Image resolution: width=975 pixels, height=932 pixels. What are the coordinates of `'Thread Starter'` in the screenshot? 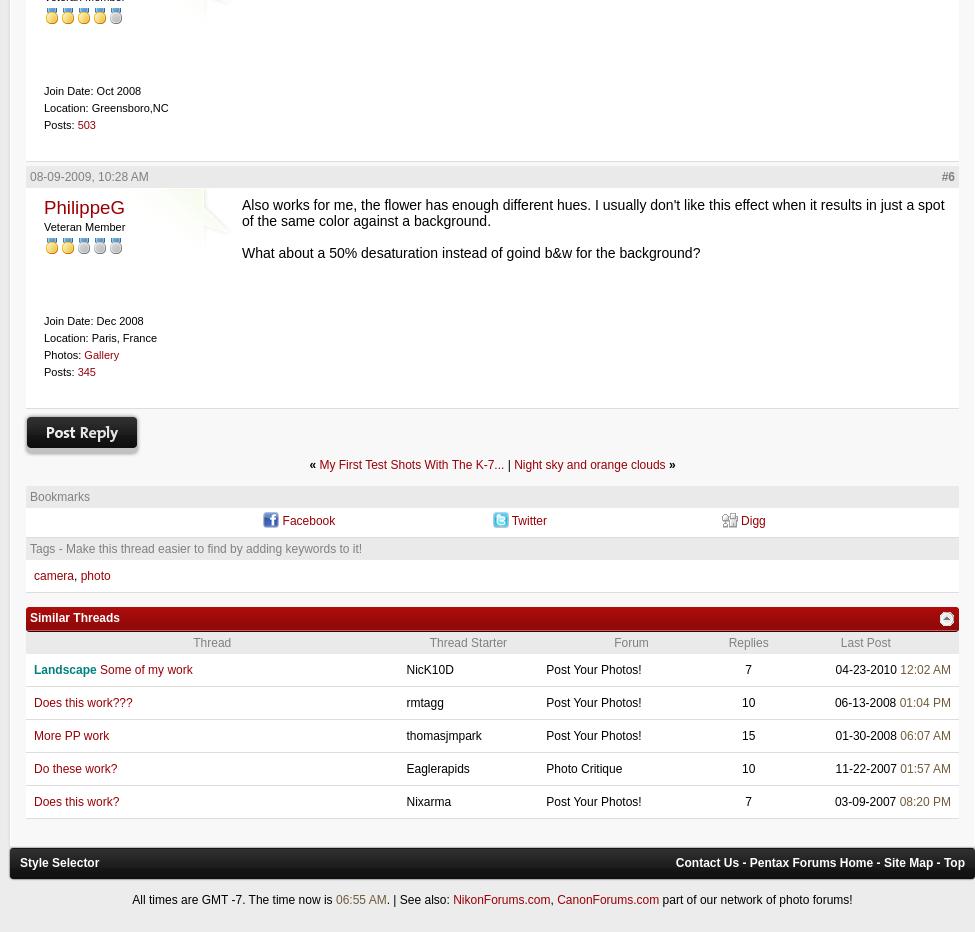 It's located at (468, 642).